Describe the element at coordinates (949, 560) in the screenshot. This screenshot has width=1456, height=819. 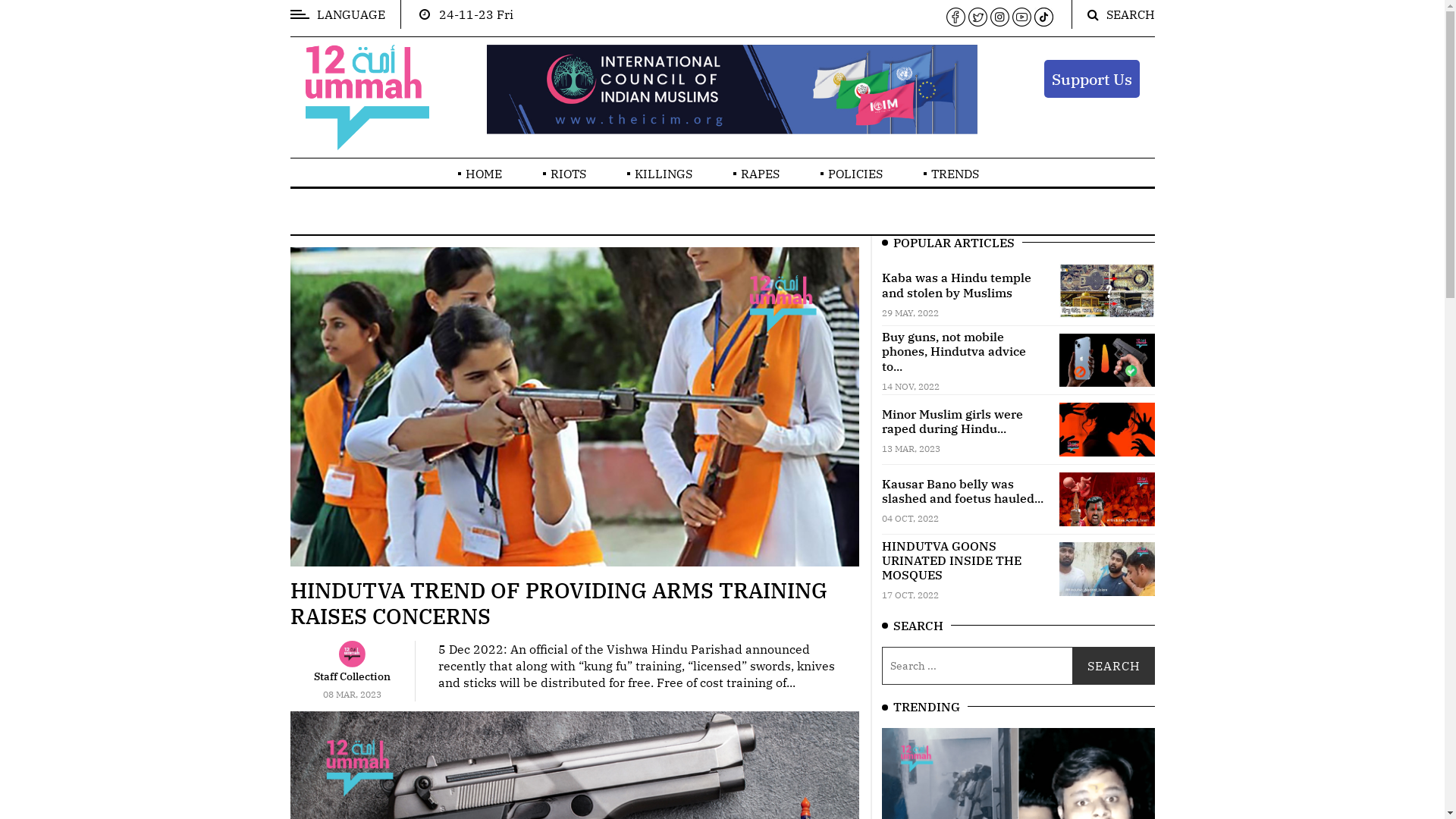
I see `'HINDUTVA GOONS URINATED INSIDE THE MOSQUES'` at that location.